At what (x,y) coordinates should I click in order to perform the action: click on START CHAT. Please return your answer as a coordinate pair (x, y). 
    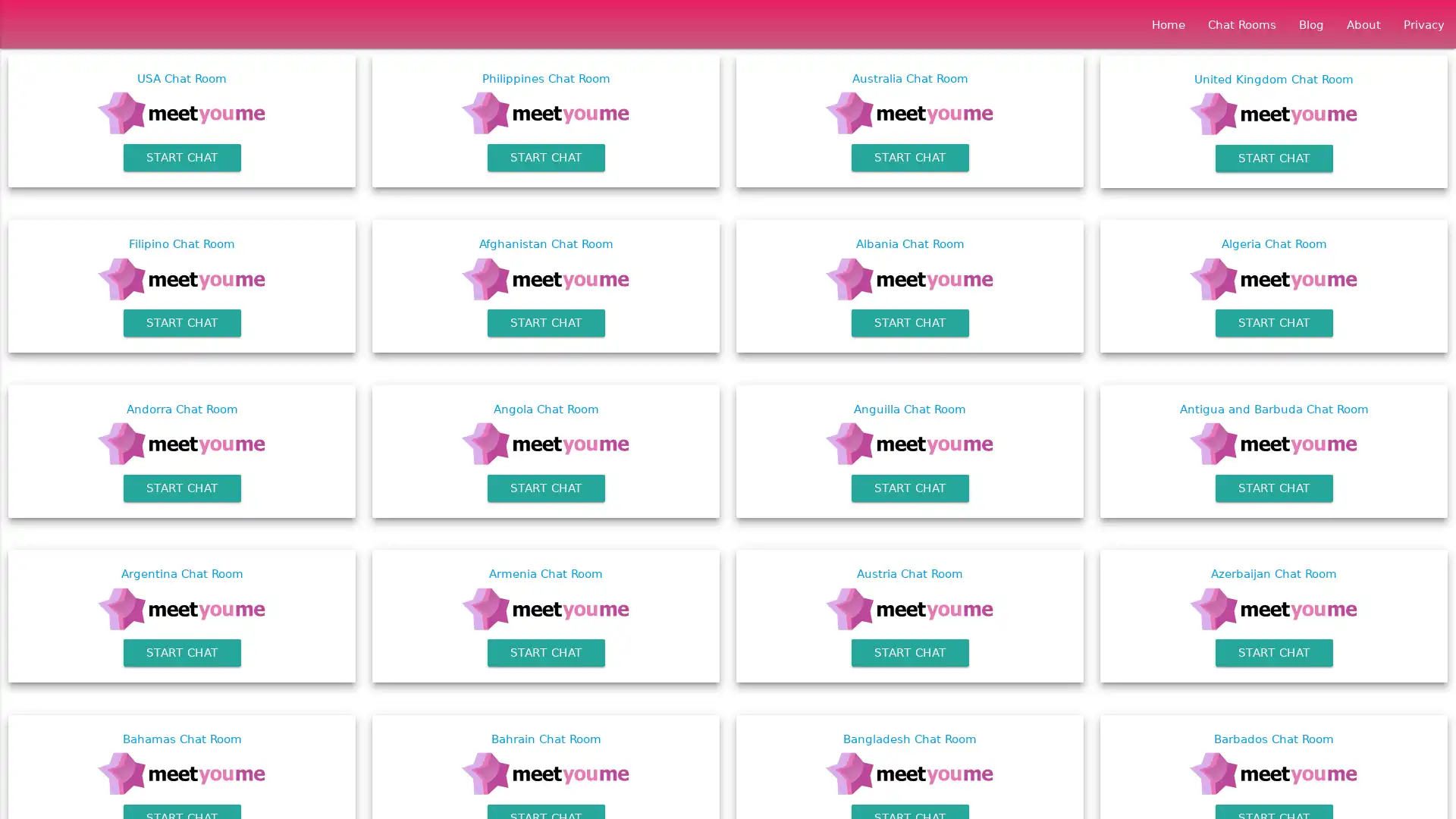
    Looking at the image, I should click on (909, 651).